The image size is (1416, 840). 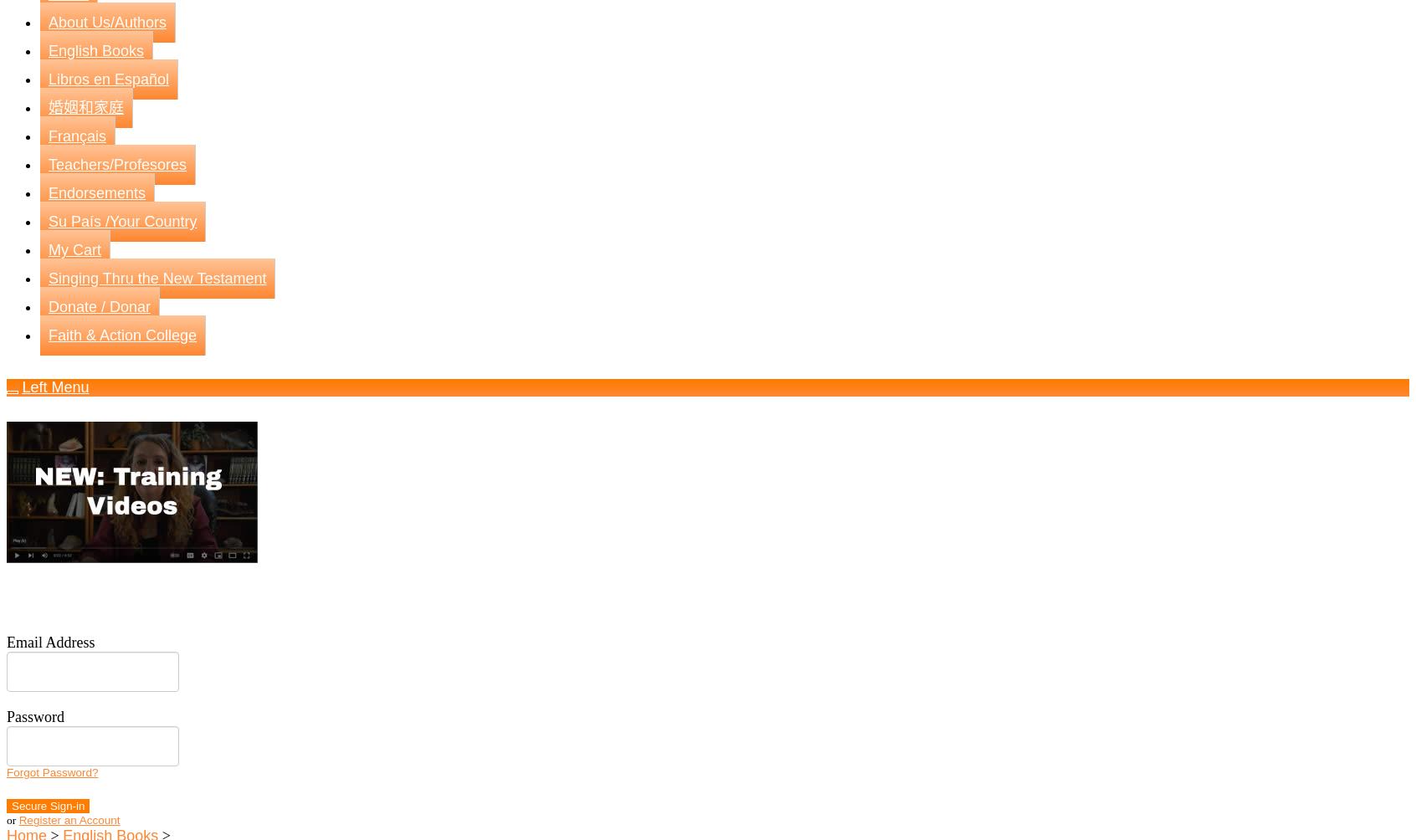 What do you see at coordinates (74, 249) in the screenshot?
I see `'My Cart'` at bounding box center [74, 249].